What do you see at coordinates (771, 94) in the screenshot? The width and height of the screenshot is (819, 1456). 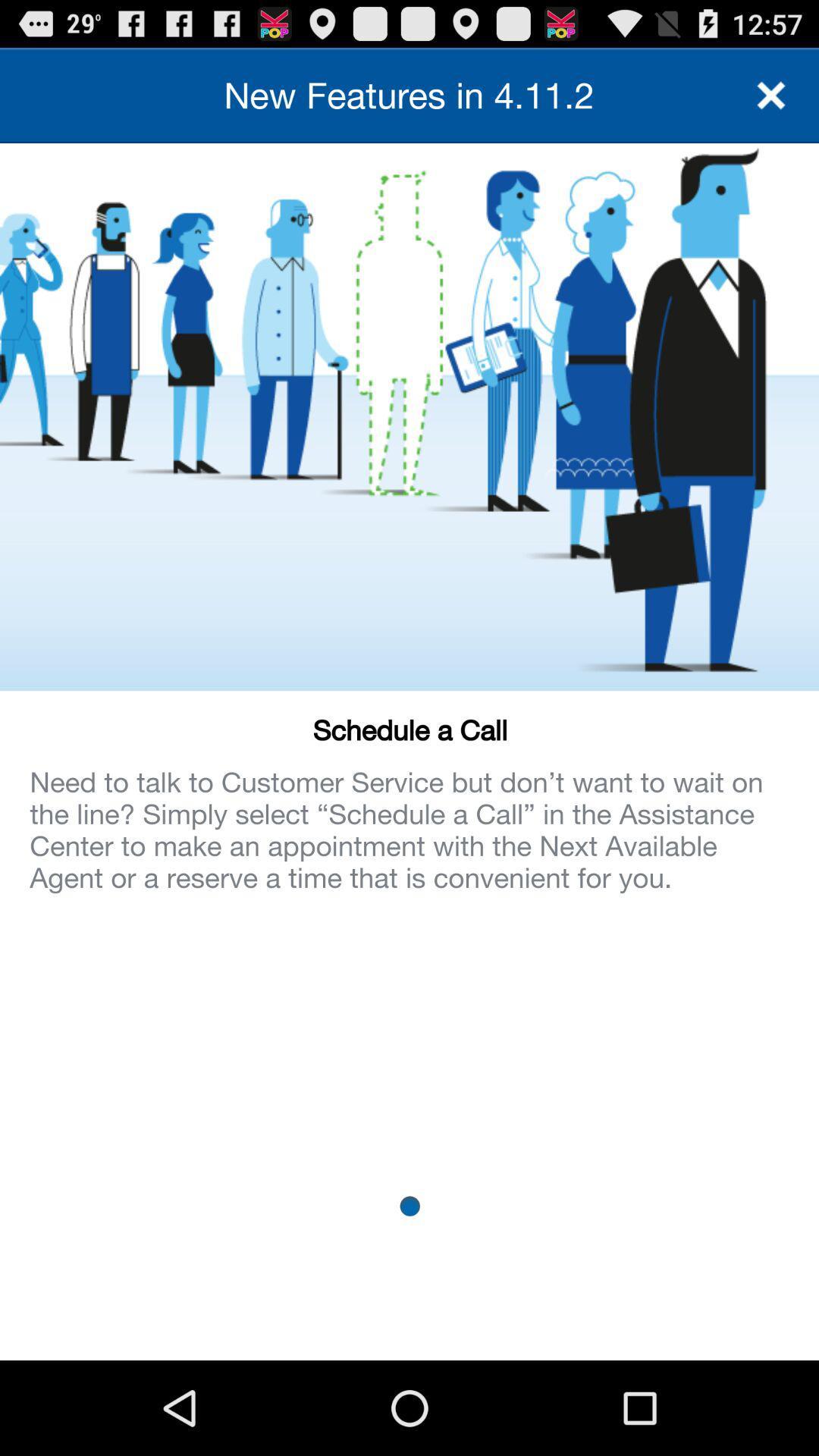 I see `window` at bounding box center [771, 94].